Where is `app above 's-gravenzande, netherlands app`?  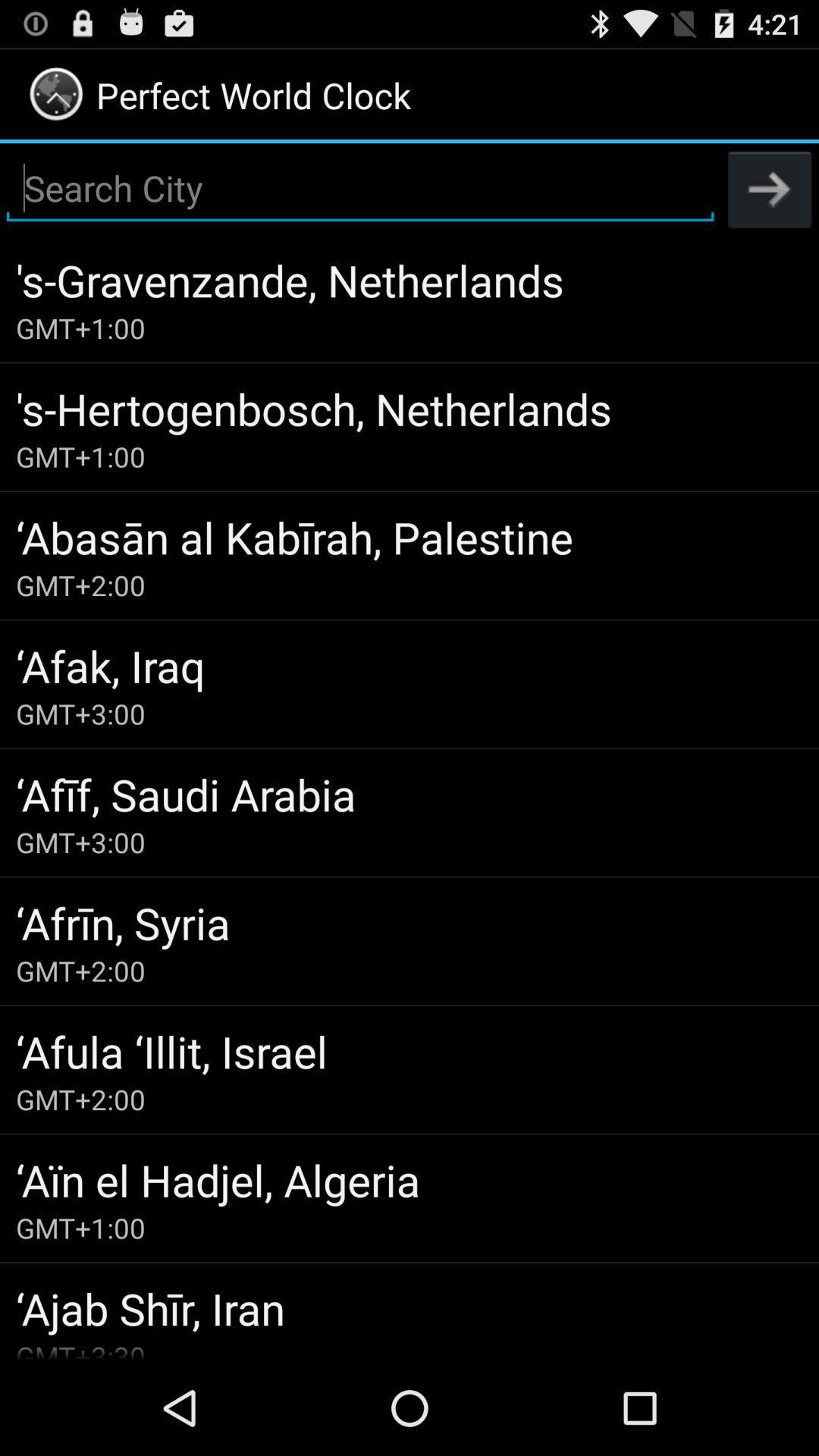
app above 's-gravenzande, netherlands app is located at coordinates (770, 188).